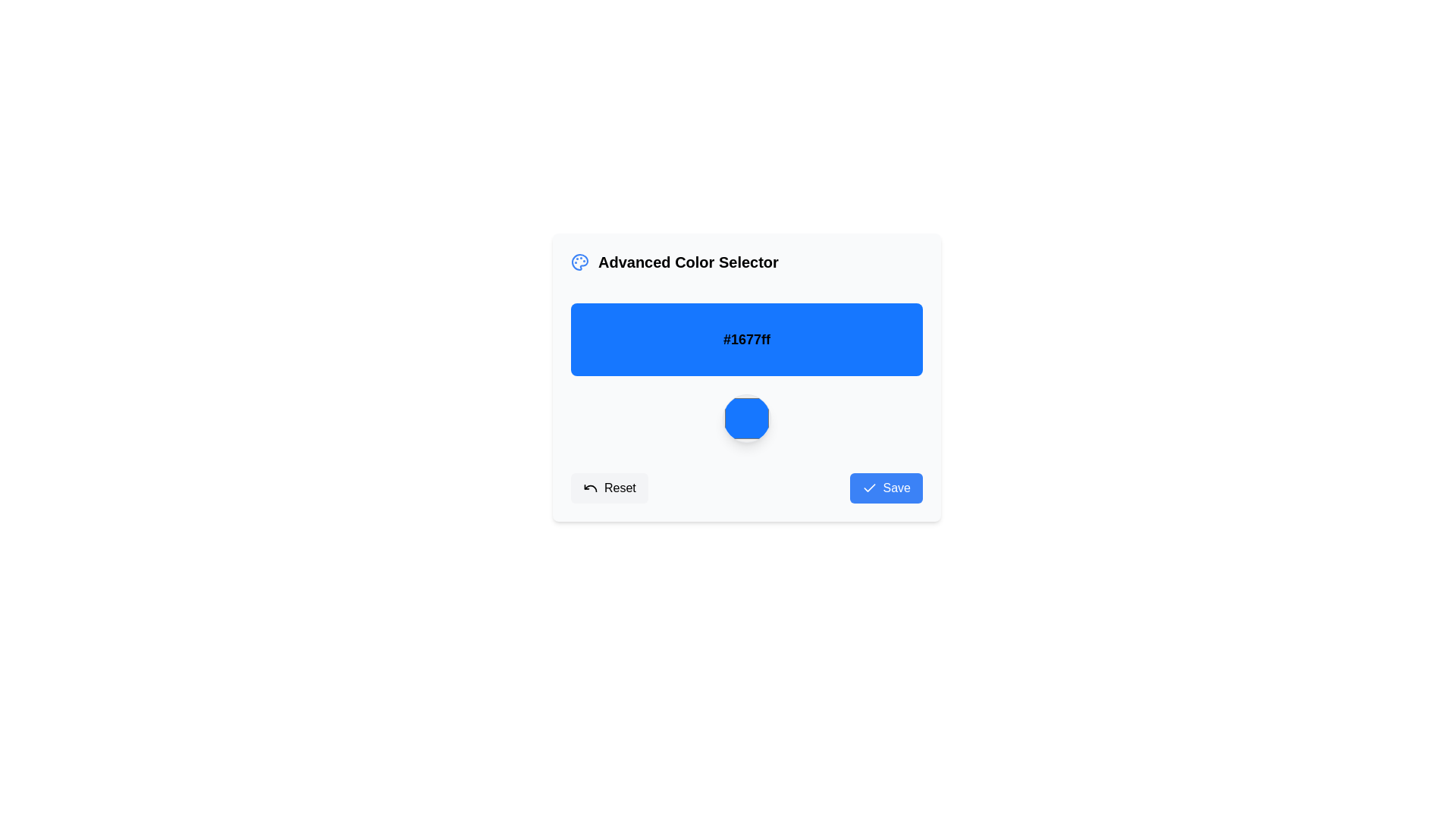  What do you see at coordinates (746, 418) in the screenshot?
I see `the interactive color input field, which allows users` at bounding box center [746, 418].